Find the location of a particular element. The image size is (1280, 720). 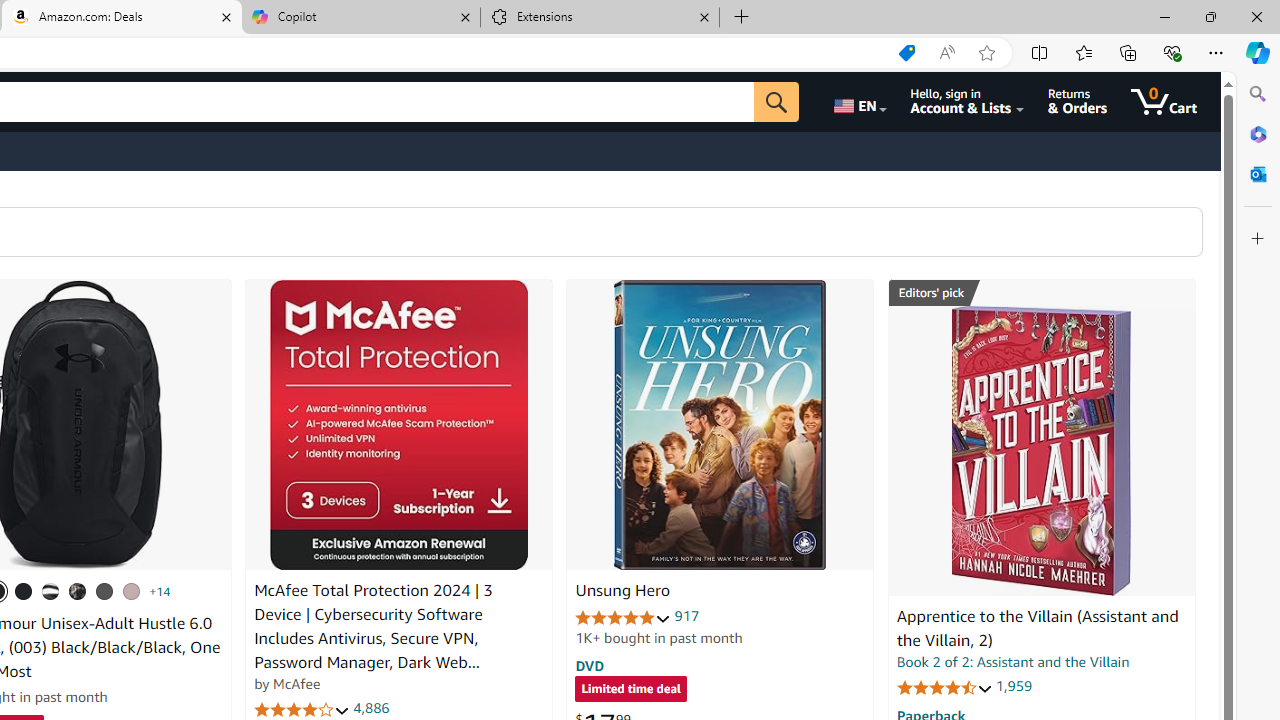

'(002) Black / Black / White' is located at coordinates (51, 590).